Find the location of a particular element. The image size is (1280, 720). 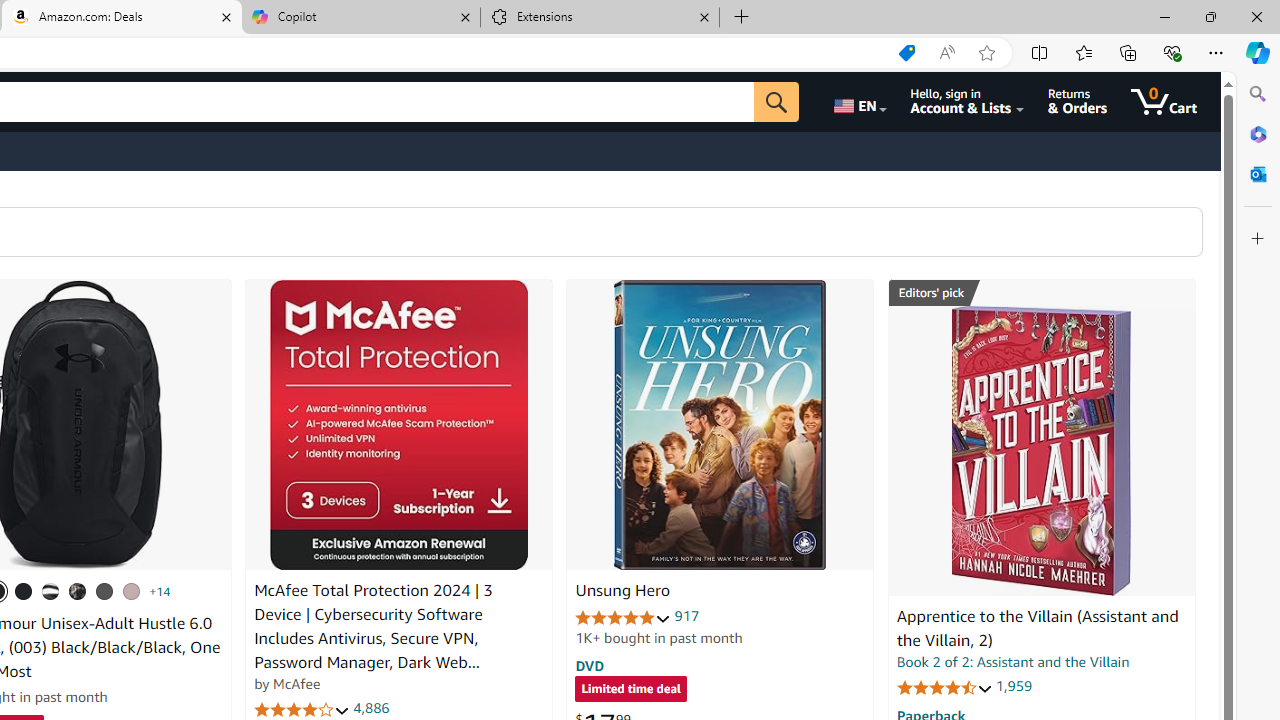

'(002) Black / Black / White' is located at coordinates (51, 590).